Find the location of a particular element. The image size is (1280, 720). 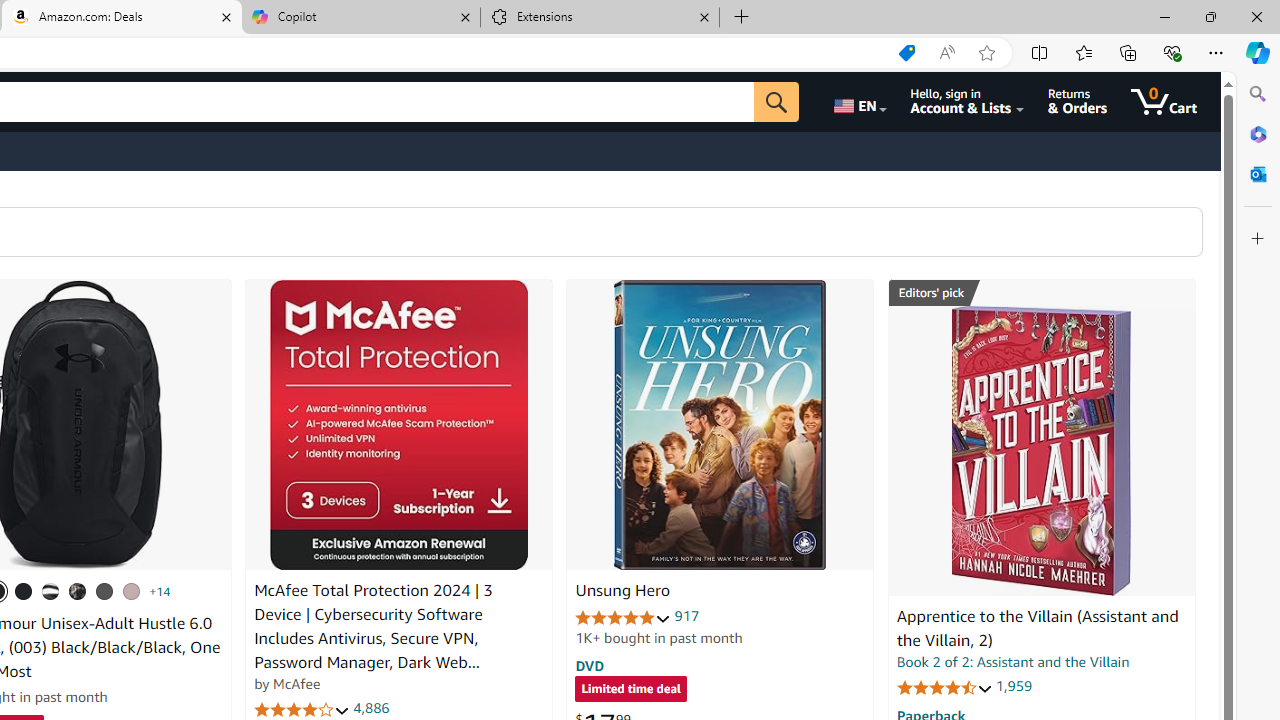

'(002) Black / Black / White' is located at coordinates (51, 590).